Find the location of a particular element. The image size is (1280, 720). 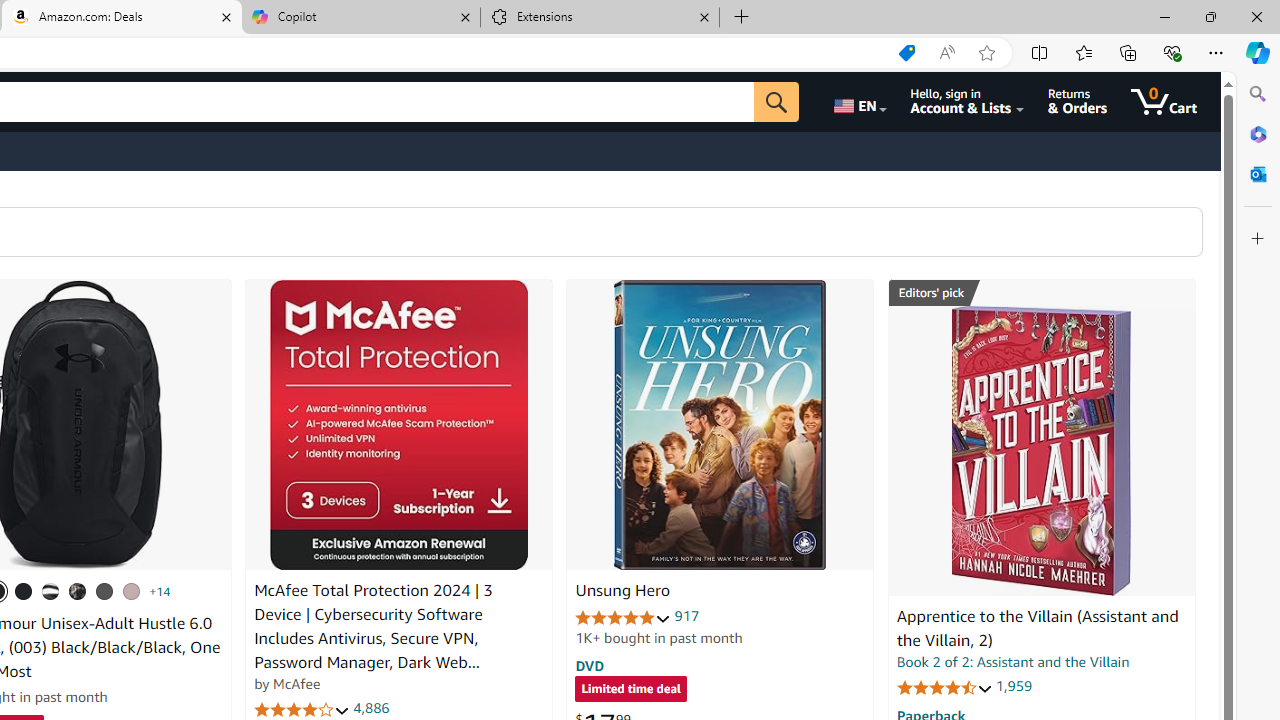

'(002) Black / Black / White' is located at coordinates (51, 590).